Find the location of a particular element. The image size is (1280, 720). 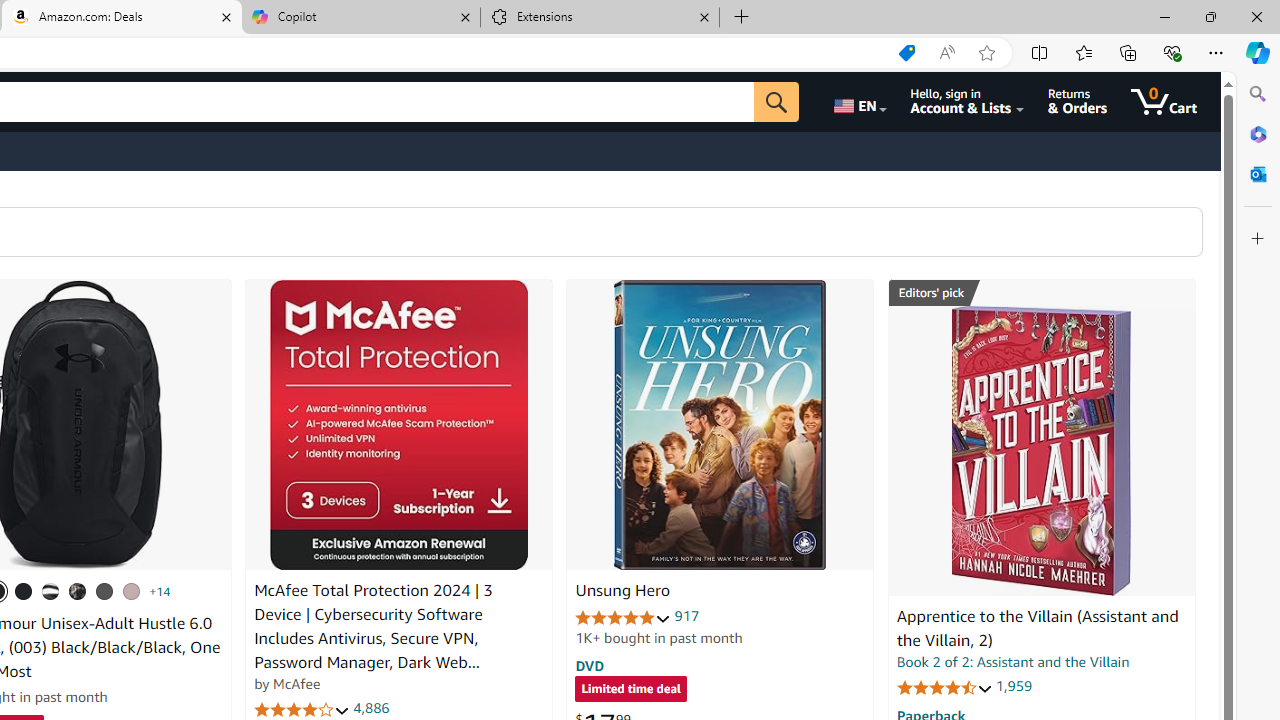

'(002) Black / Black / White' is located at coordinates (51, 590).